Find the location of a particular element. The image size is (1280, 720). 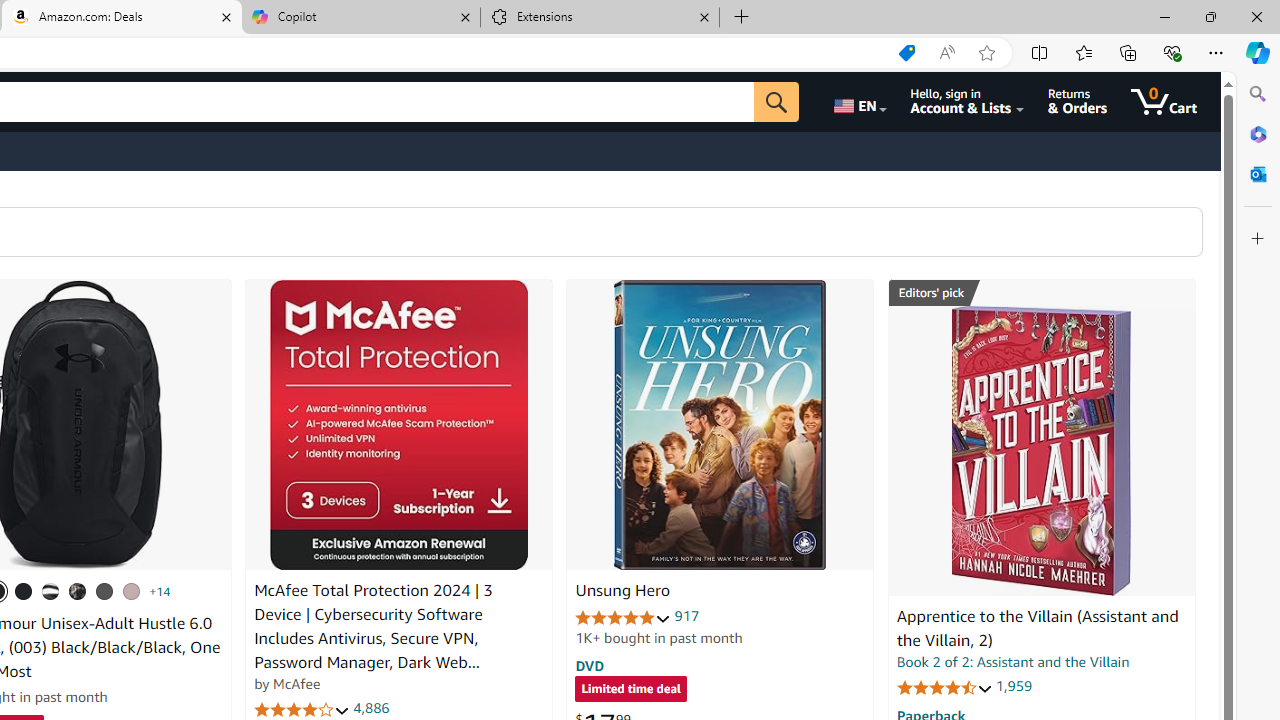

'(002) Black / Black / White' is located at coordinates (51, 590).